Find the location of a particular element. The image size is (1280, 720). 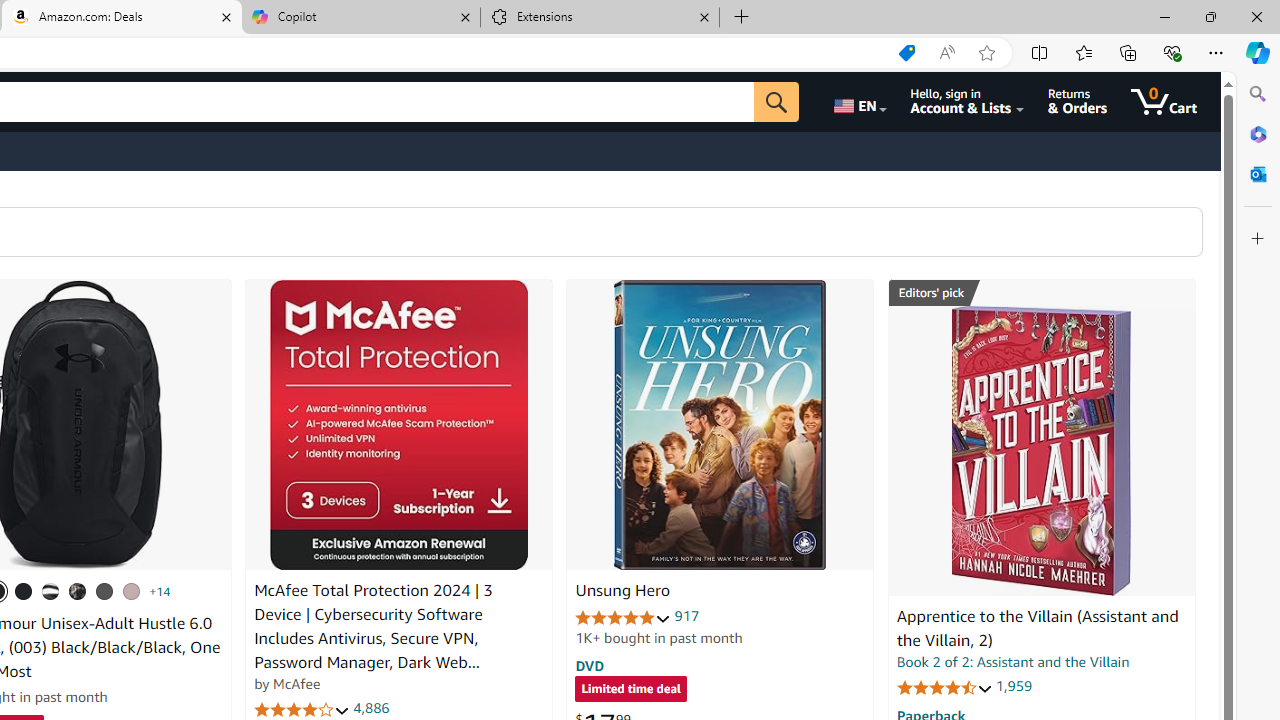

'(002) Black / Black / White' is located at coordinates (51, 590).